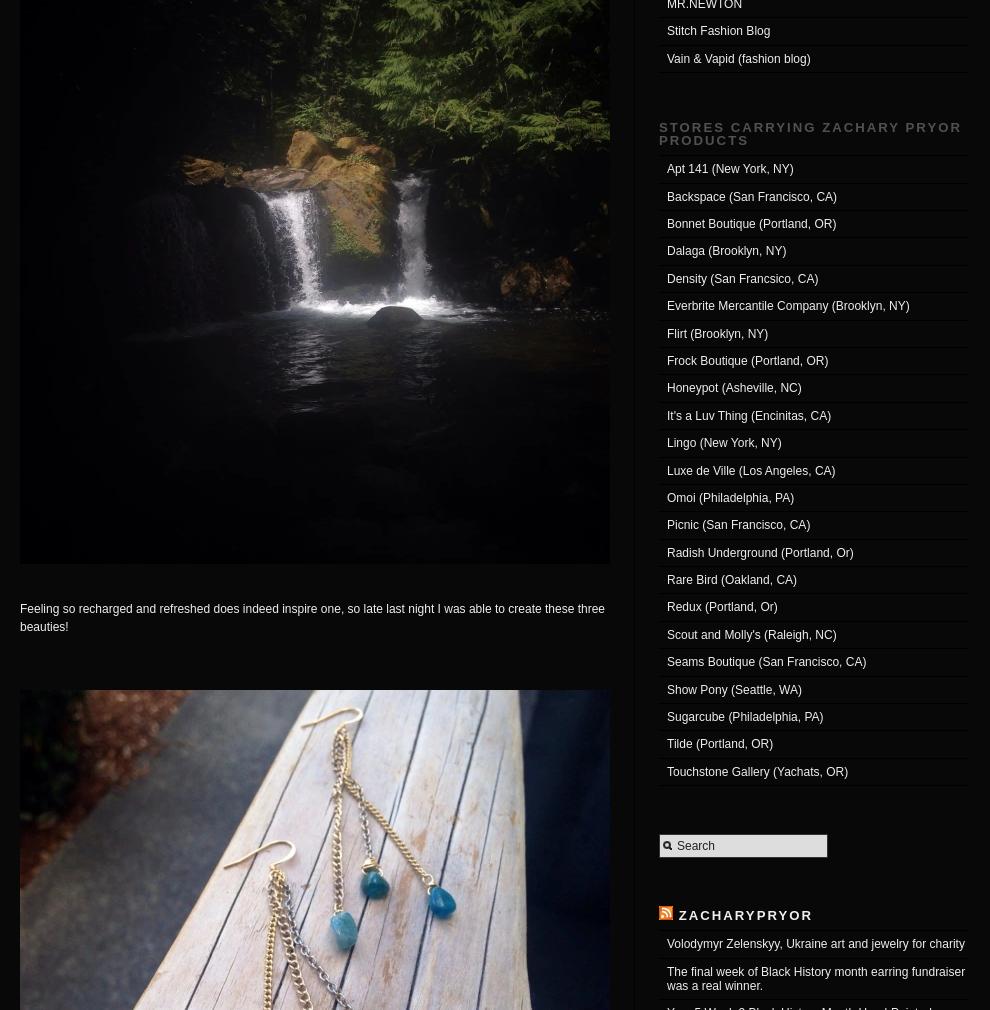 The height and width of the screenshot is (1010, 990). I want to click on 'It's a Luv Thing (Encinitas, CA)', so click(749, 415).